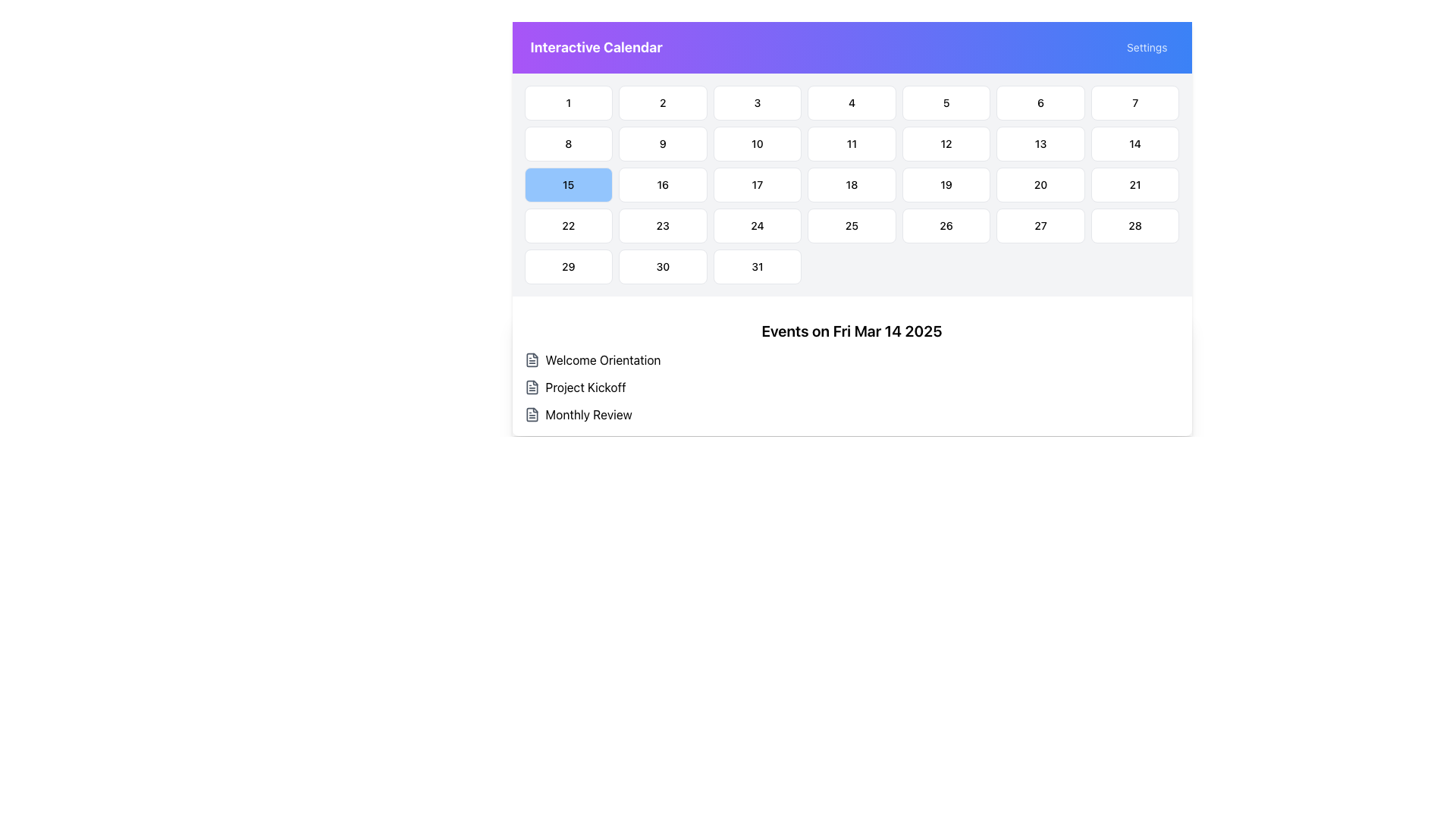 This screenshot has height=819, width=1456. What do you see at coordinates (852, 184) in the screenshot?
I see `the Grid Calendar element` at bounding box center [852, 184].